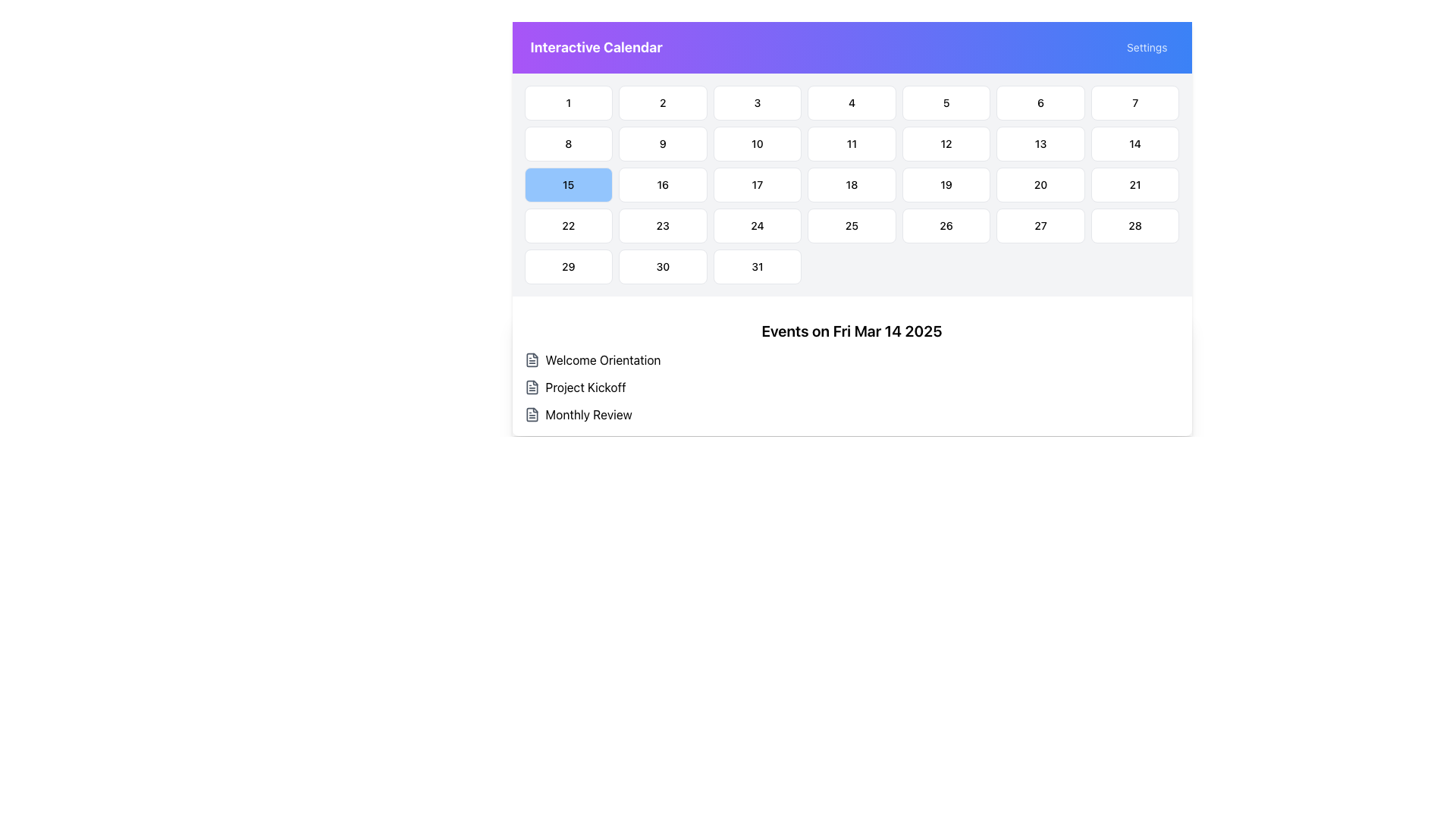 This screenshot has height=819, width=1456. What do you see at coordinates (852, 184) in the screenshot?
I see `the Grid Calendar element` at bounding box center [852, 184].